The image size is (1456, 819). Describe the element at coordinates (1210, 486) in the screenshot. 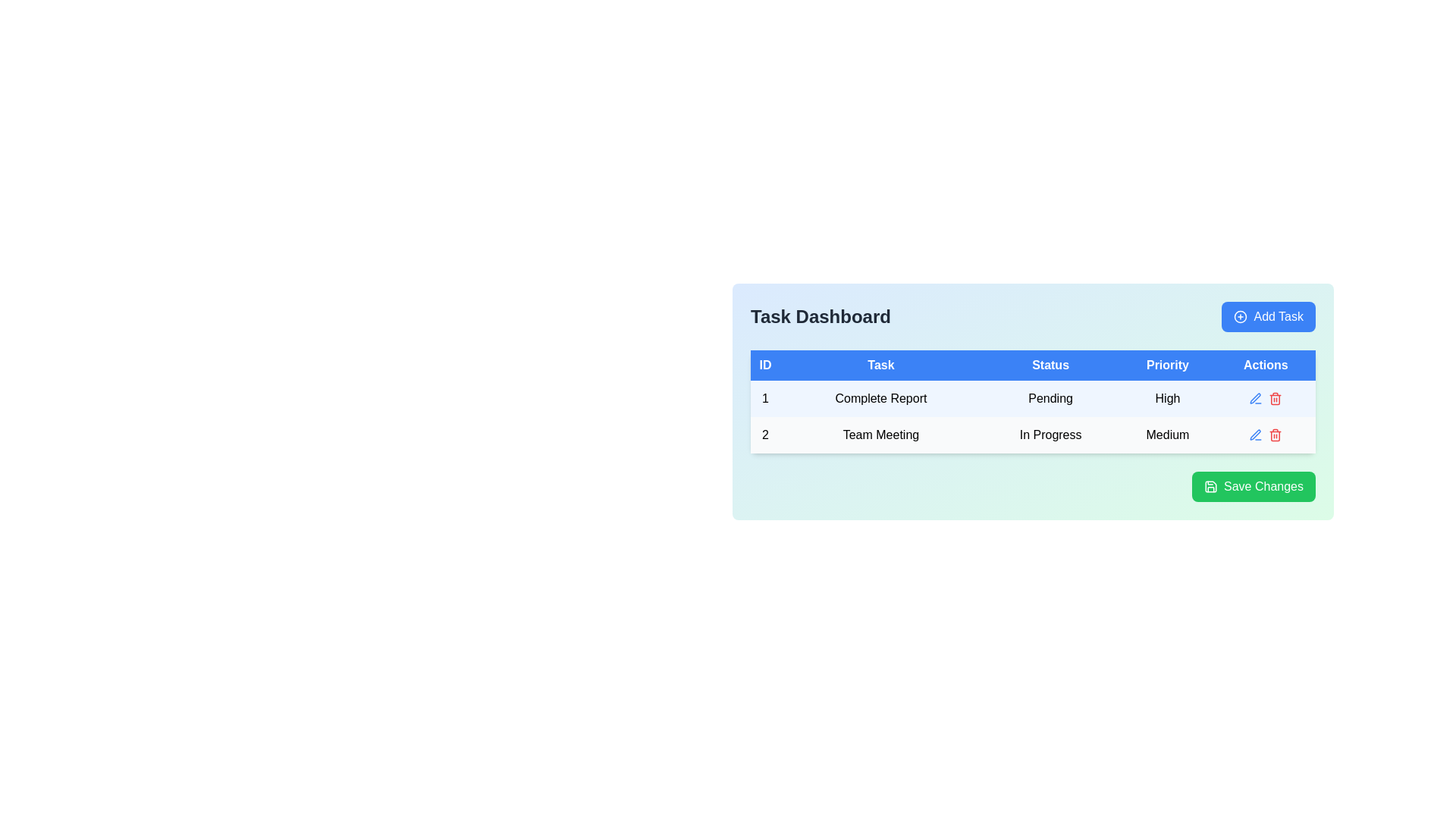

I see `the save icon` at that location.